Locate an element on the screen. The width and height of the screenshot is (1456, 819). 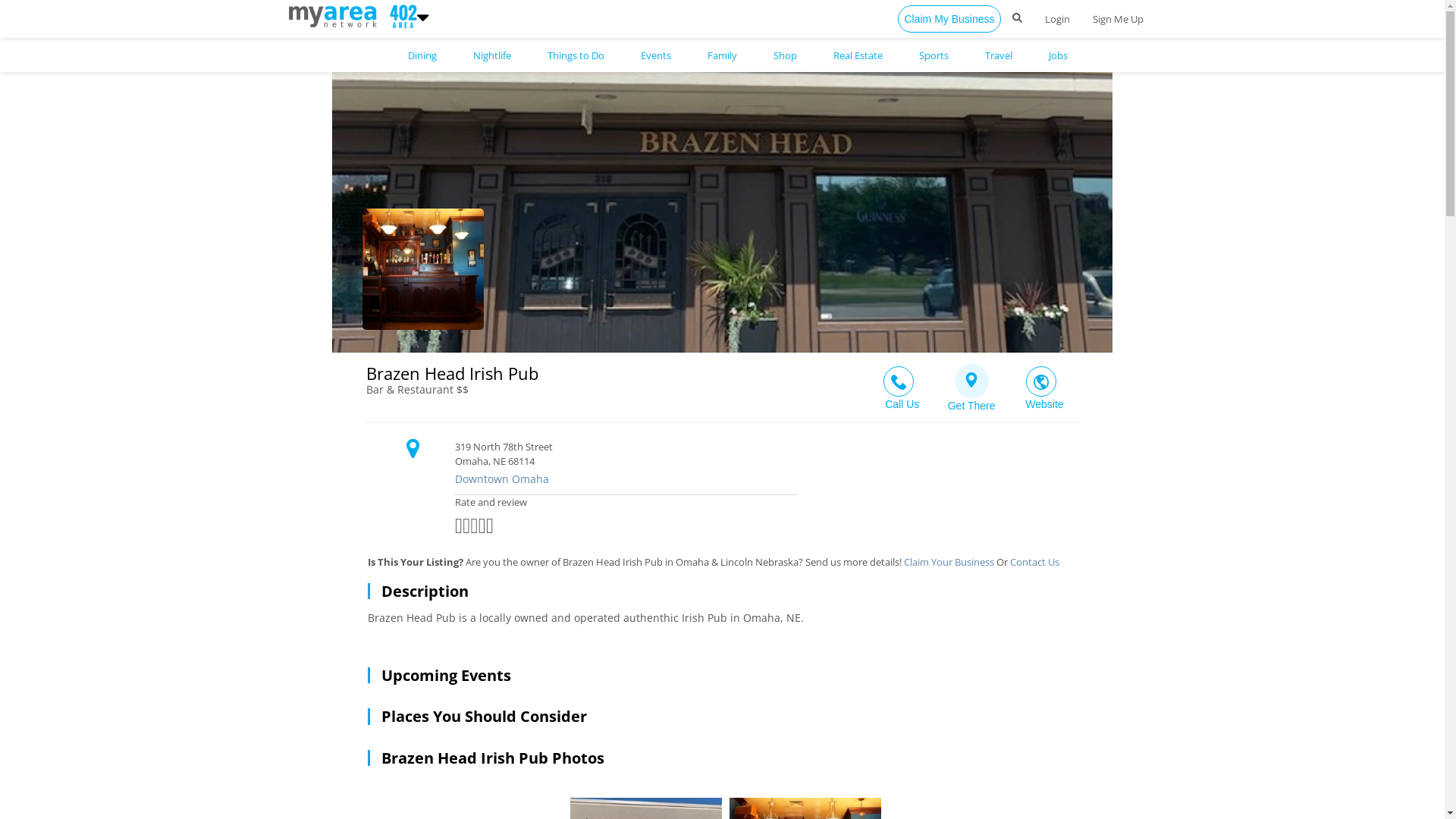
'Sign Me Up' is located at coordinates (1118, 18).